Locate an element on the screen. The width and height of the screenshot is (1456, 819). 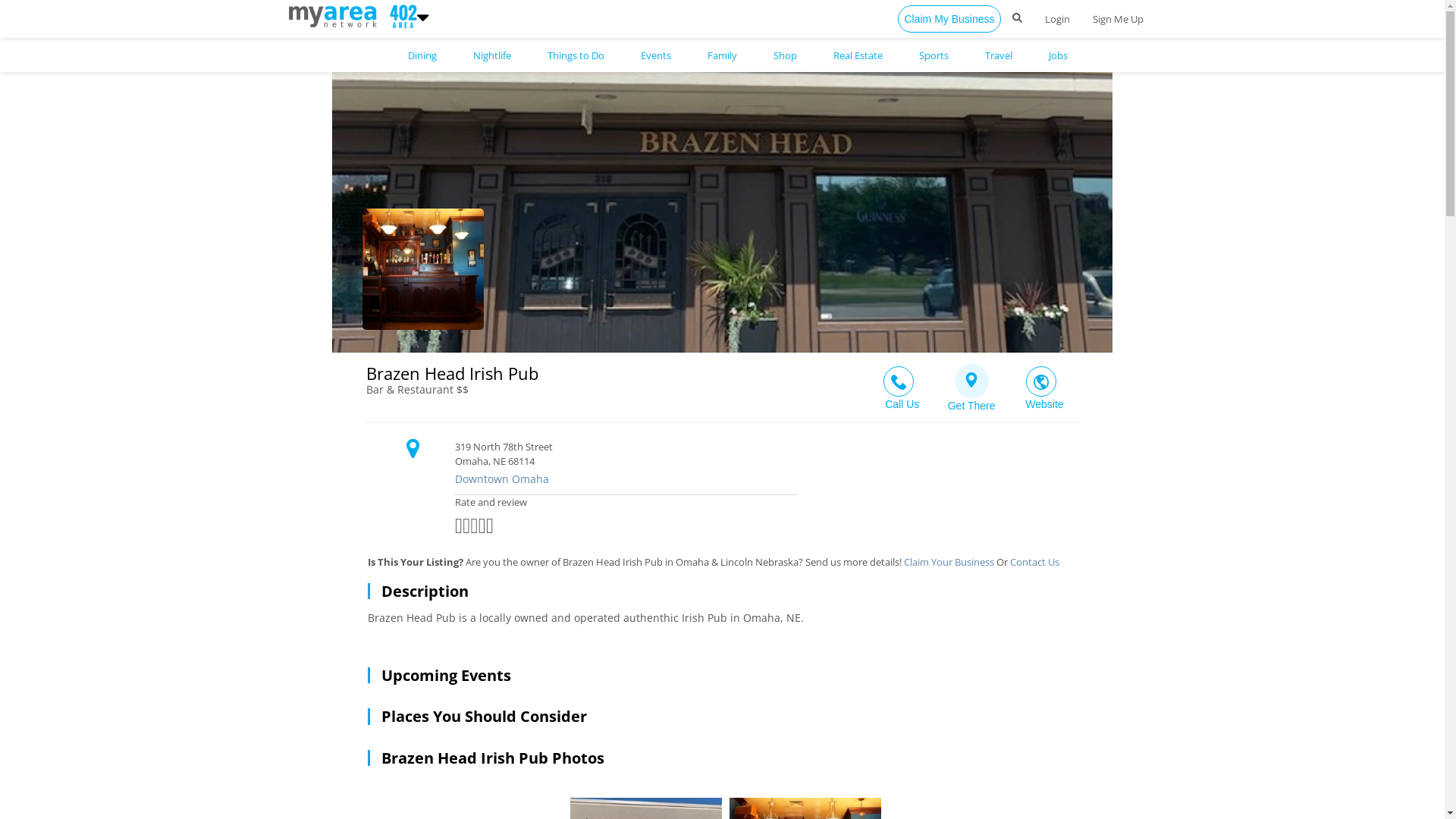
'Sign Me Up' is located at coordinates (1118, 18).